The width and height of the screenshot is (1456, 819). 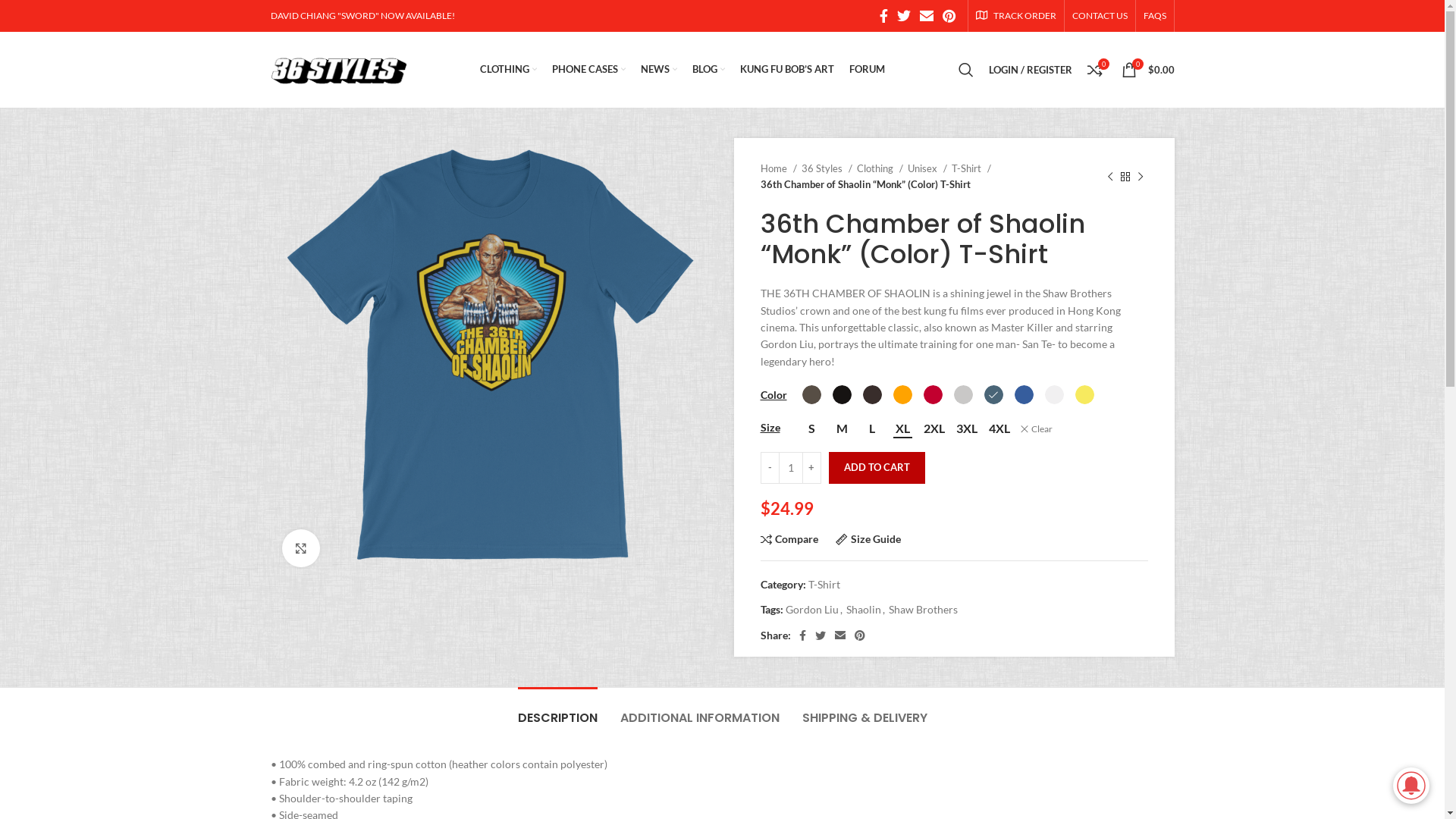 What do you see at coordinates (620, 710) in the screenshot?
I see `'ADDITIONAL INFORMATION'` at bounding box center [620, 710].